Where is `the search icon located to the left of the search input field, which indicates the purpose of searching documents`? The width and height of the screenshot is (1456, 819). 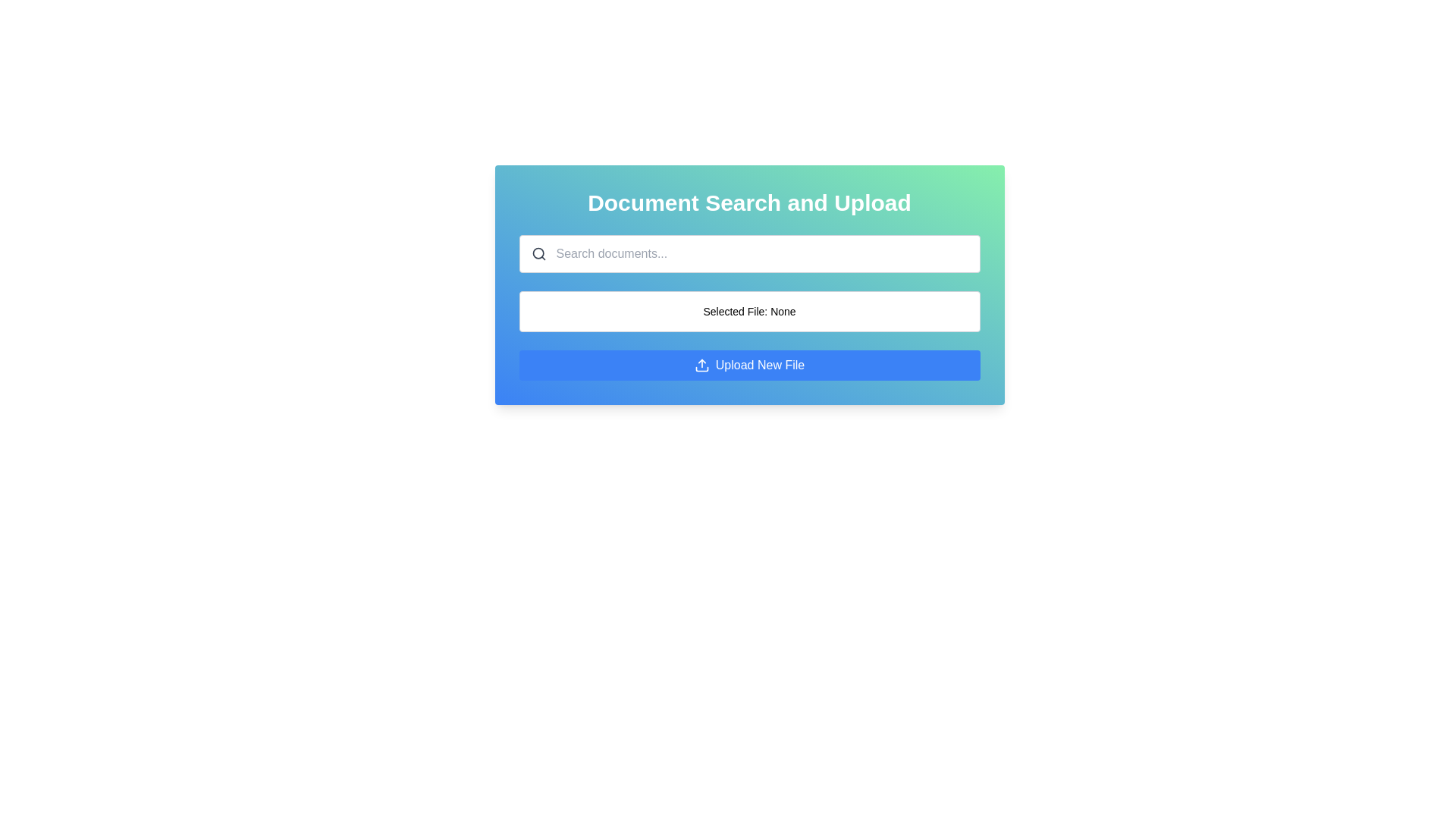 the search icon located to the left of the search input field, which indicates the purpose of searching documents is located at coordinates (538, 253).